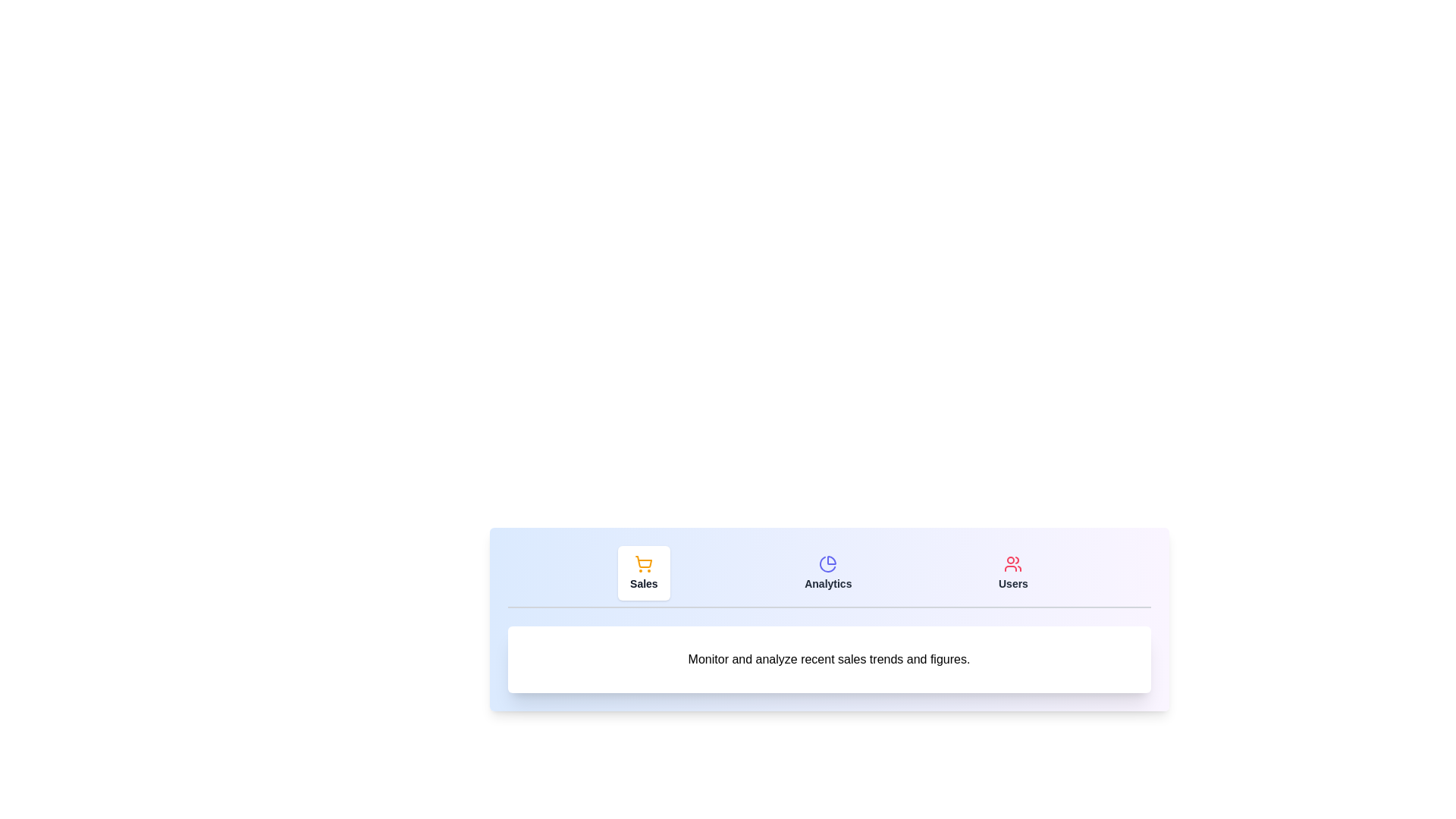 The height and width of the screenshot is (819, 1456). Describe the element at coordinates (827, 573) in the screenshot. I see `the tab labeled Analytics to observe the hover effect` at that location.